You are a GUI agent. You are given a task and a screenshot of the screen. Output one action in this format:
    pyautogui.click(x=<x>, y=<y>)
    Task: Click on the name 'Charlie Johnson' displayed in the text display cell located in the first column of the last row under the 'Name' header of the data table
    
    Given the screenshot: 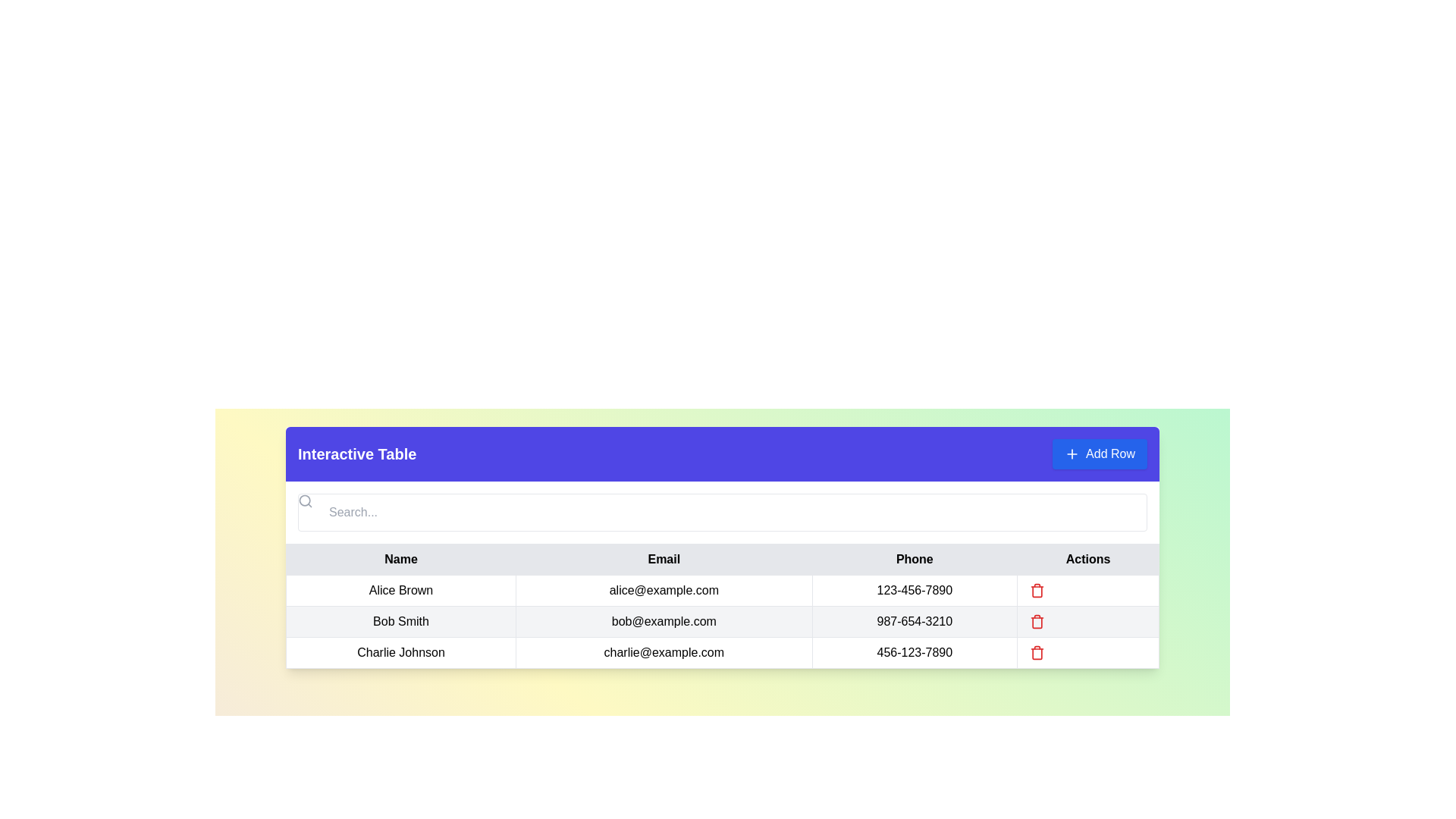 What is the action you would take?
    pyautogui.click(x=400, y=651)
    